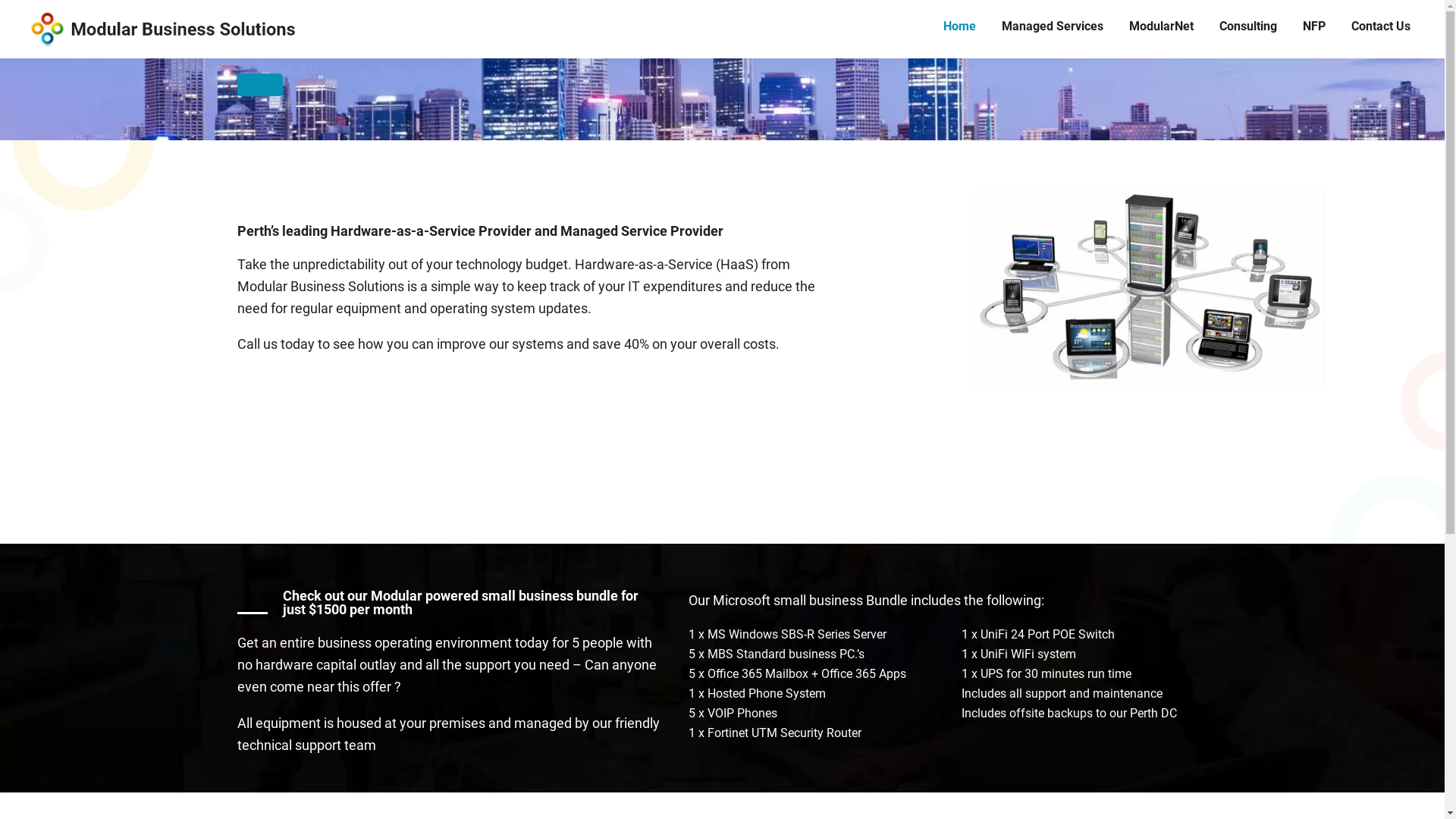  I want to click on 'ModularNet', so click(1117, 26).